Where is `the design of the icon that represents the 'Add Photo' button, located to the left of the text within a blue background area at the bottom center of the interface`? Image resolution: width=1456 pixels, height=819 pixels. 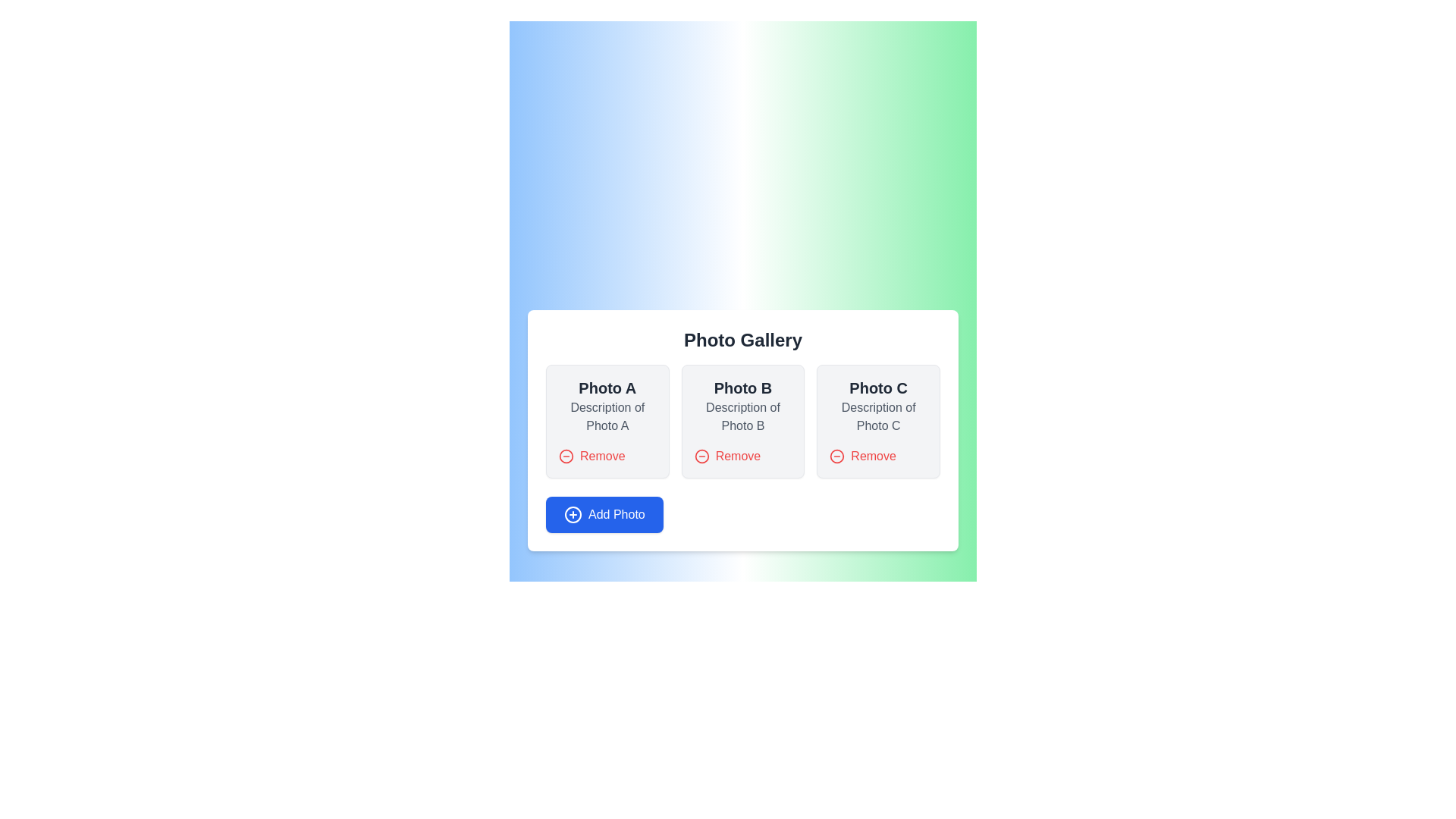 the design of the icon that represents the 'Add Photo' button, located to the left of the text within a blue background area at the bottom center of the interface is located at coordinates (572, 513).